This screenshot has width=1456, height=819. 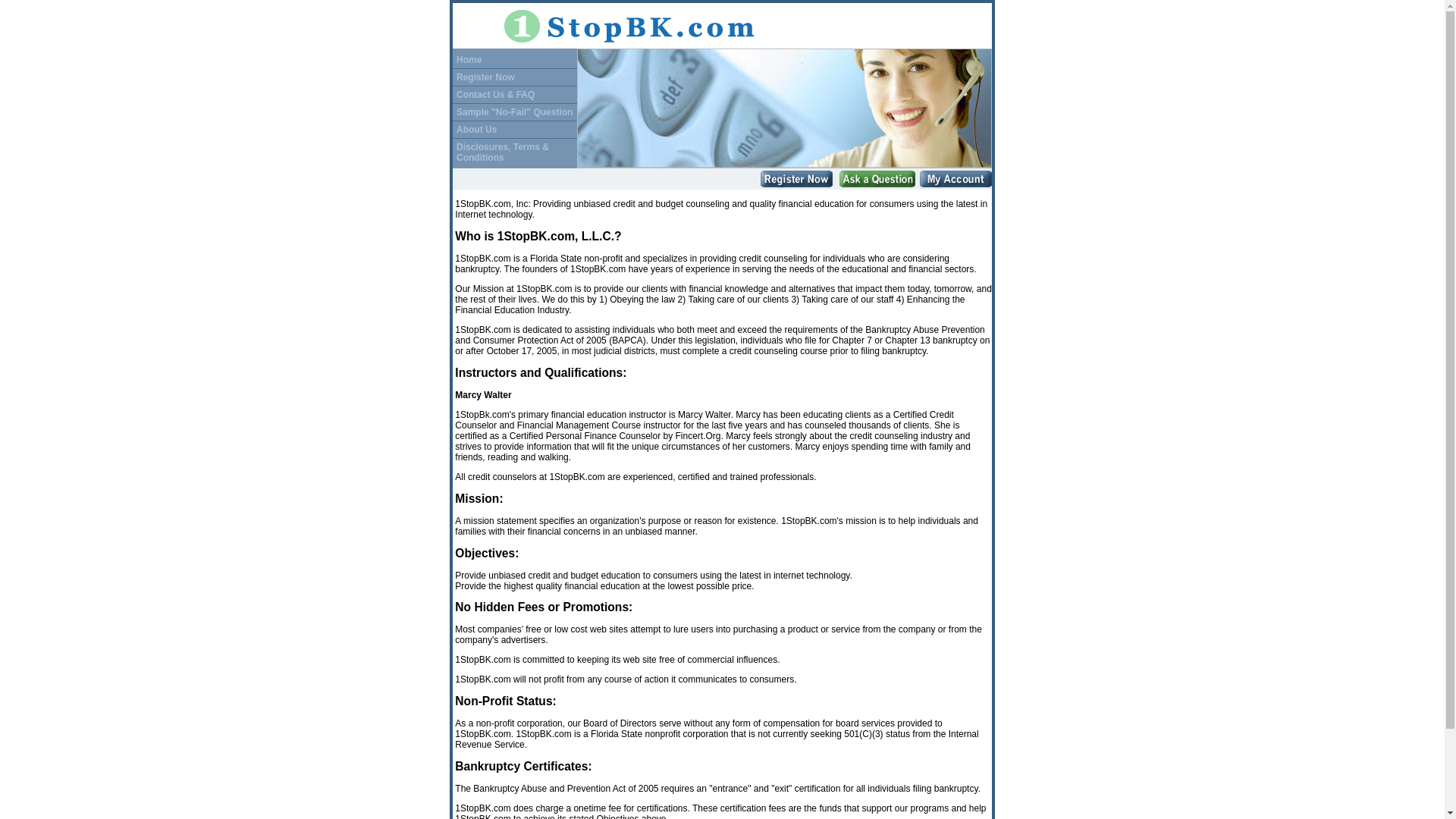 I want to click on 'Register Now', so click(x=485, y=76).